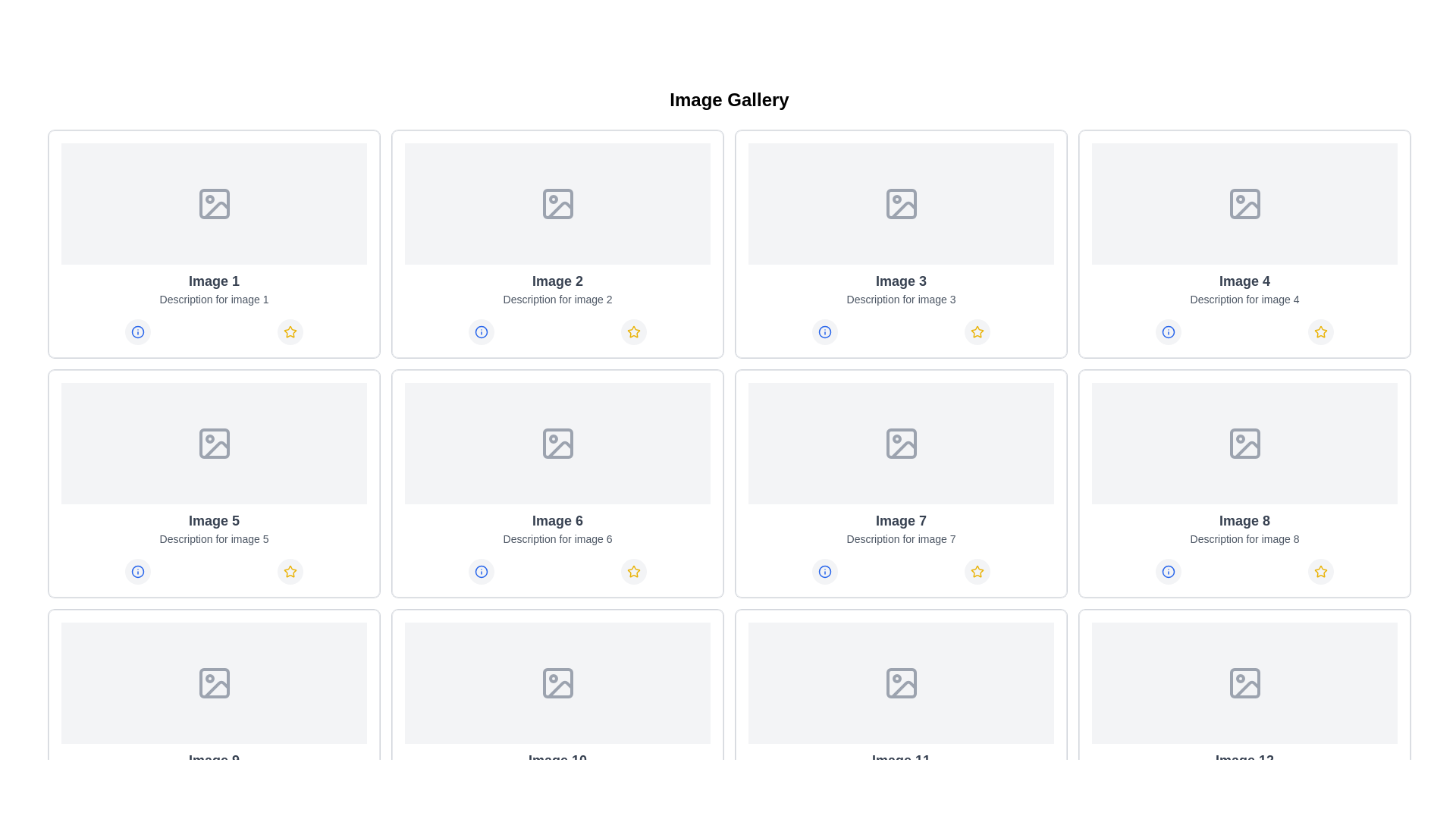 The image size is (1456, 819). I want to click on the title text of the second image card in the grid layout, so click(557, 281).